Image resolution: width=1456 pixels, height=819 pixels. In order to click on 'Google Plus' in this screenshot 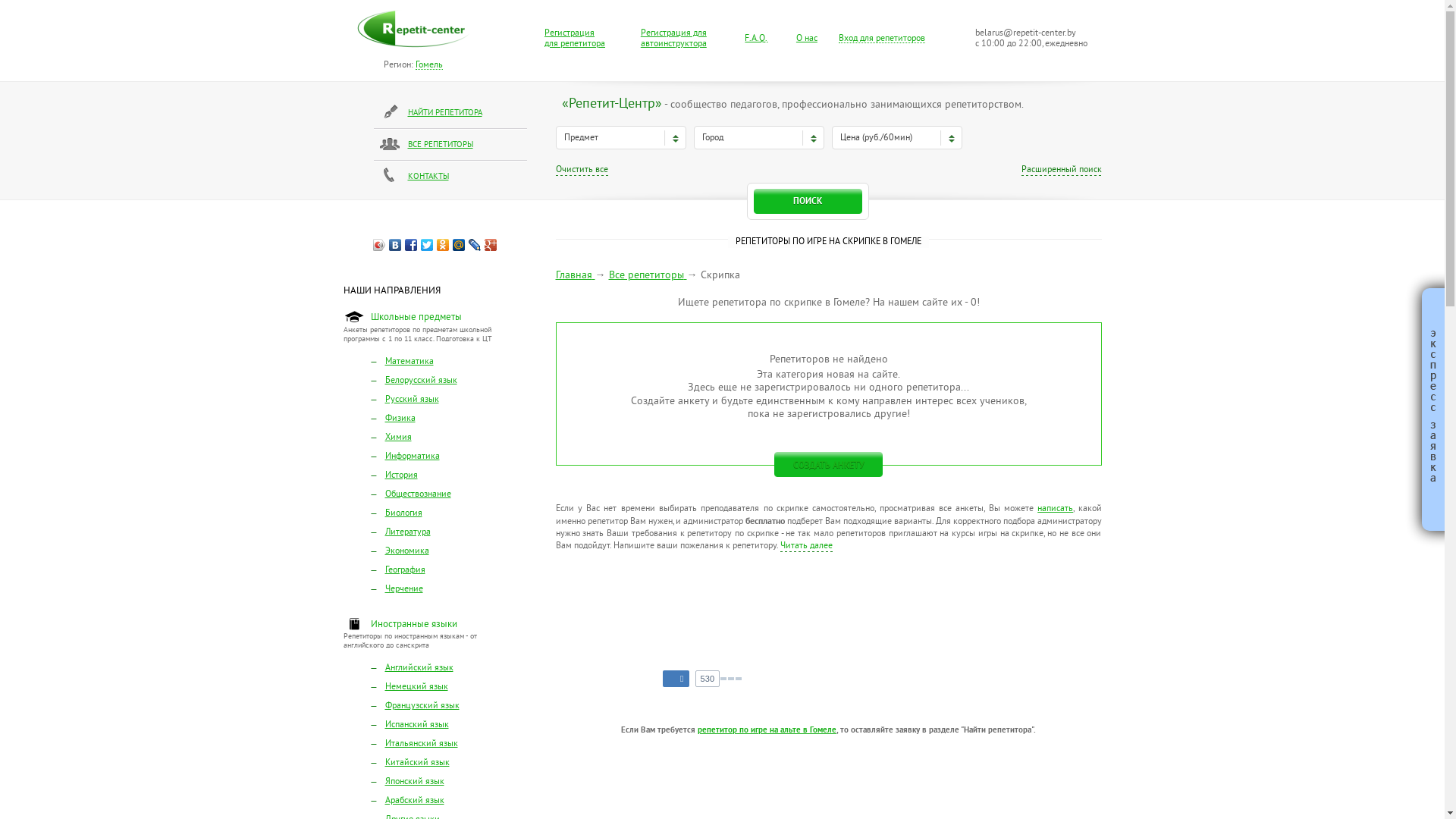, I will do `click(491, 244)`.